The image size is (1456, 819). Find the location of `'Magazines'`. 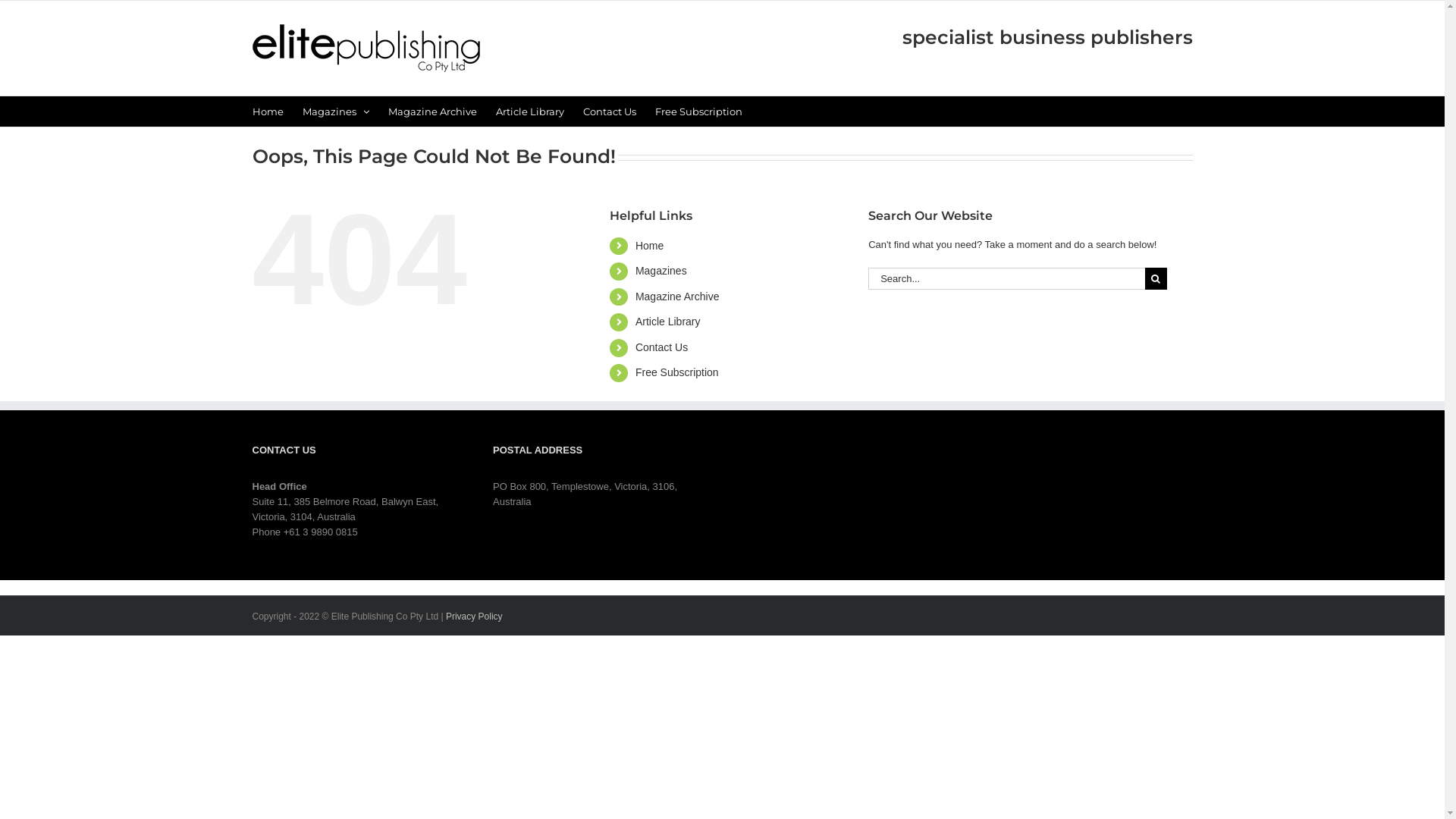

'Magazines' is located at coordinates (334, 110).